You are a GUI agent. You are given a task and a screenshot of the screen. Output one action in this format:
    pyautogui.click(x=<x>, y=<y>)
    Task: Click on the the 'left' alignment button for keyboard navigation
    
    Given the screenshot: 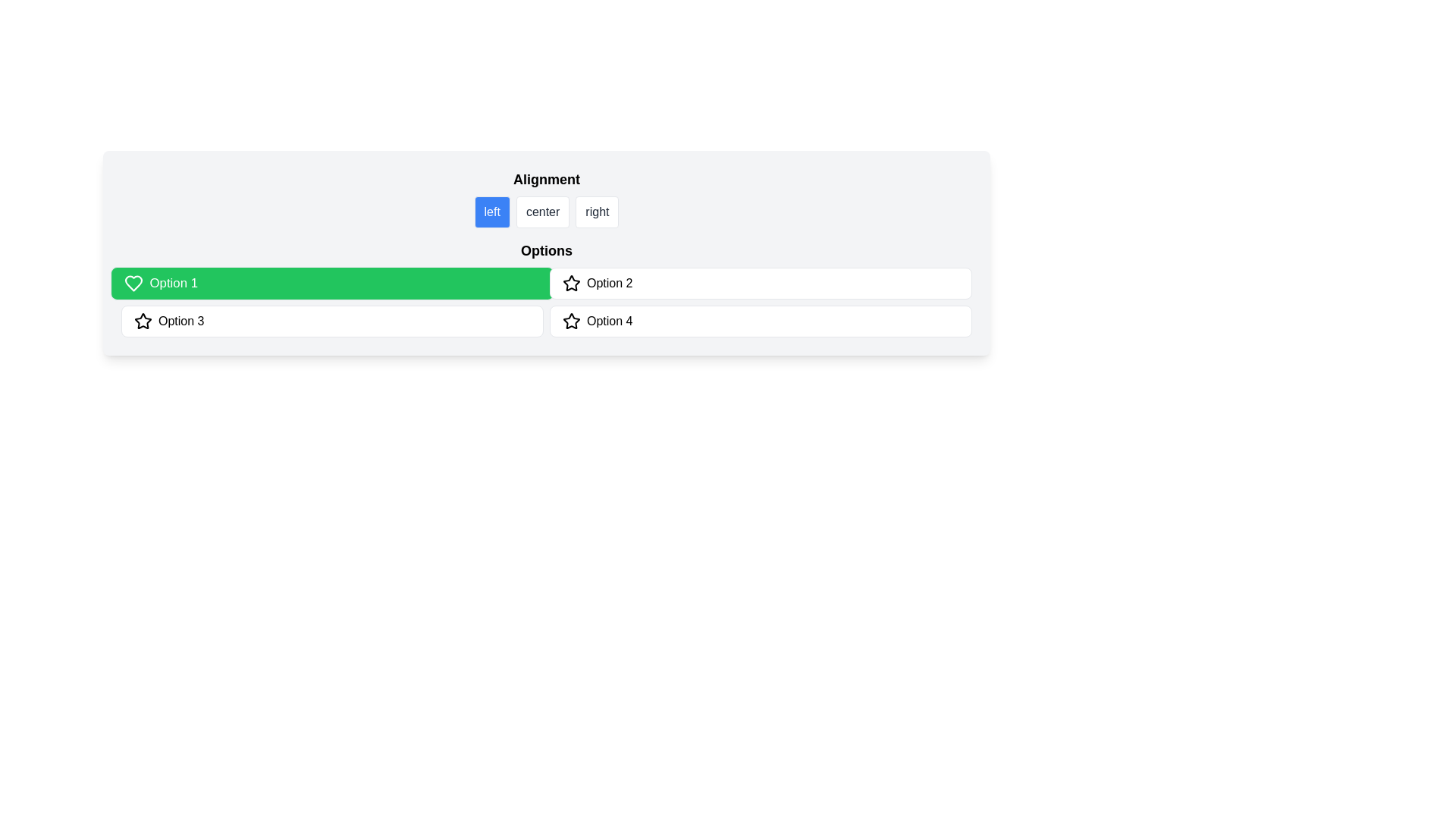 What is the action you would take?
    pyautogui.click(x=492, y=212)
    